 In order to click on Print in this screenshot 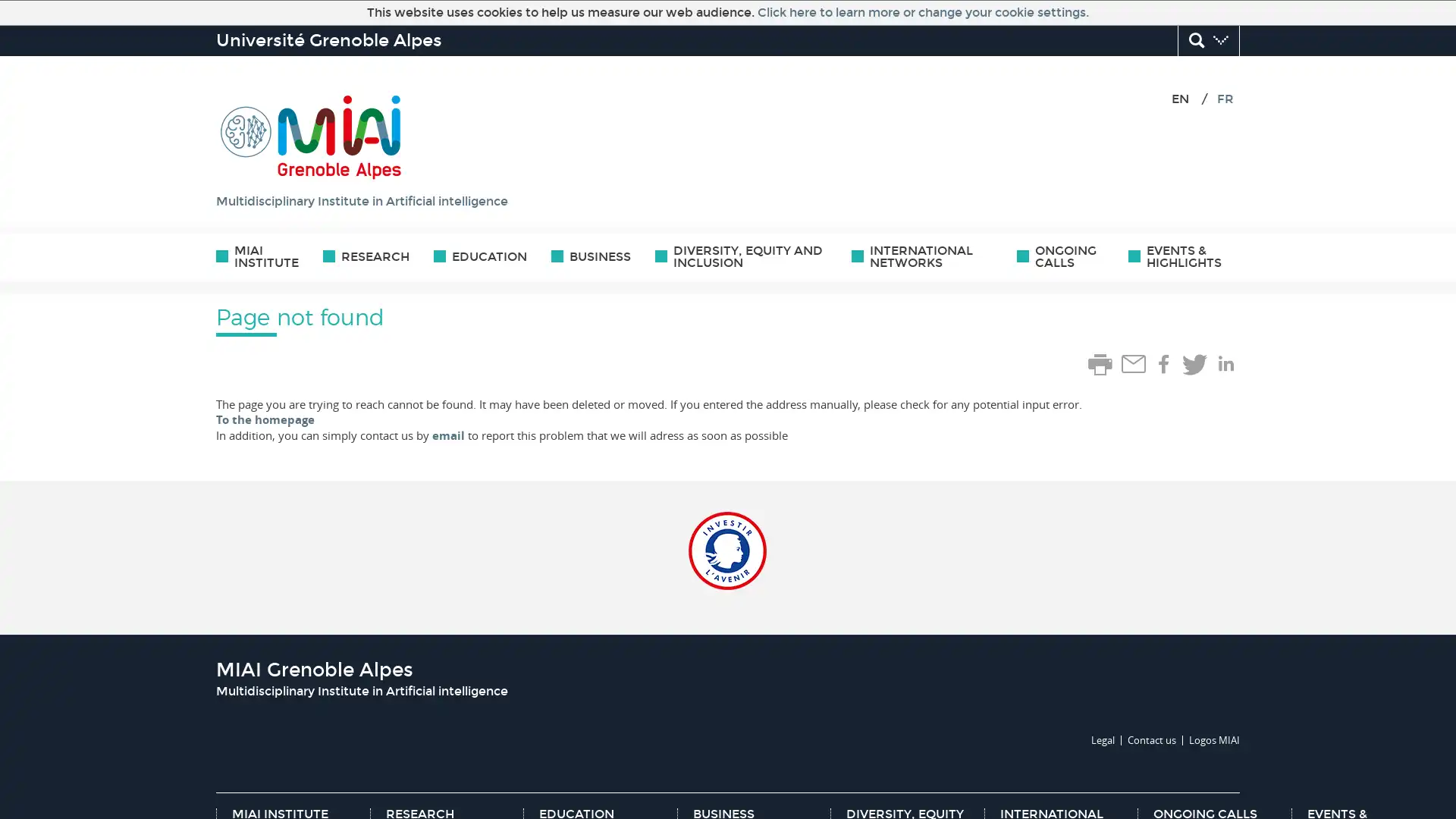, I will do `click(1100, 365)`.